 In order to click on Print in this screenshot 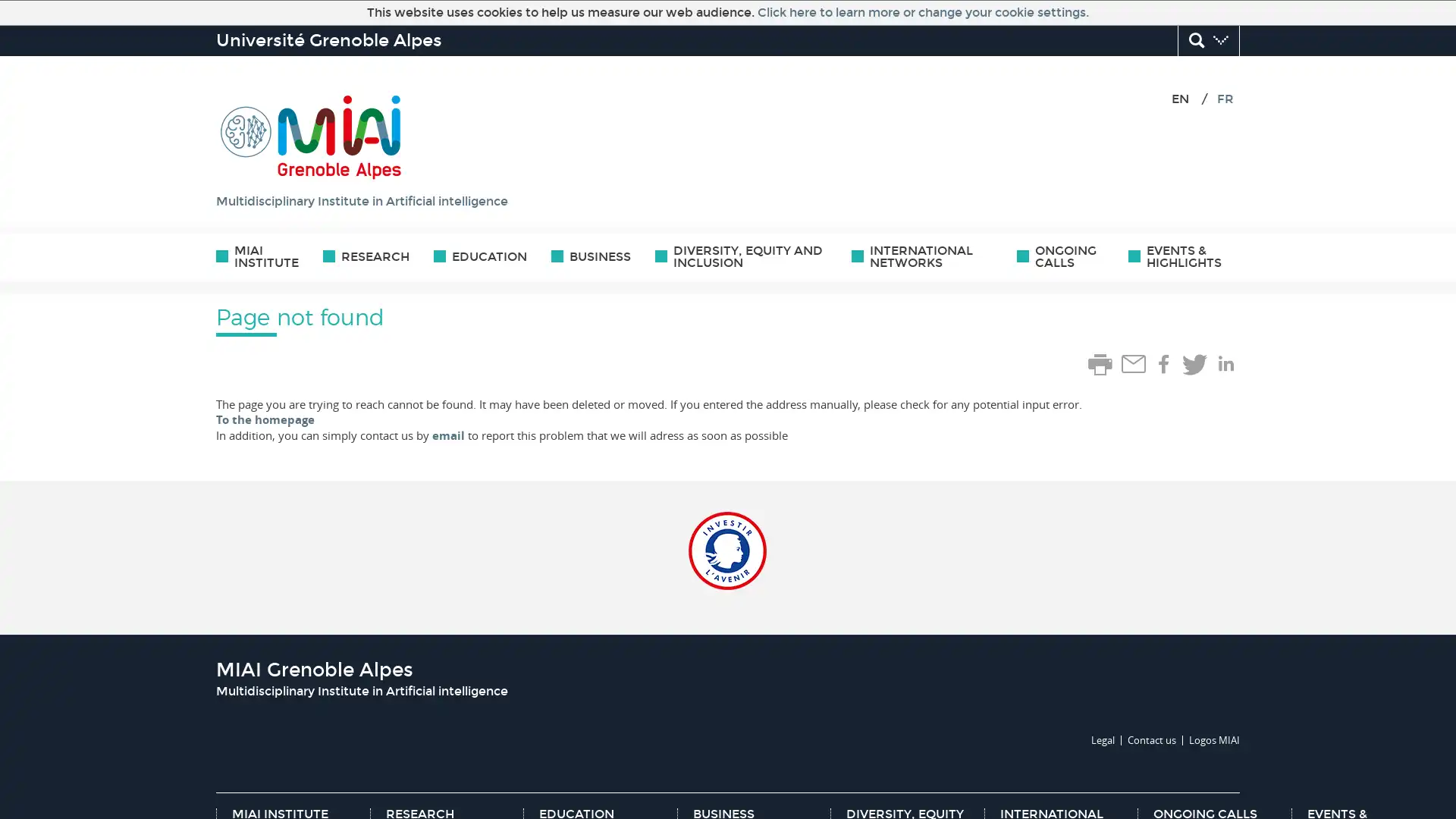, I will do `click(1100, 365)`.